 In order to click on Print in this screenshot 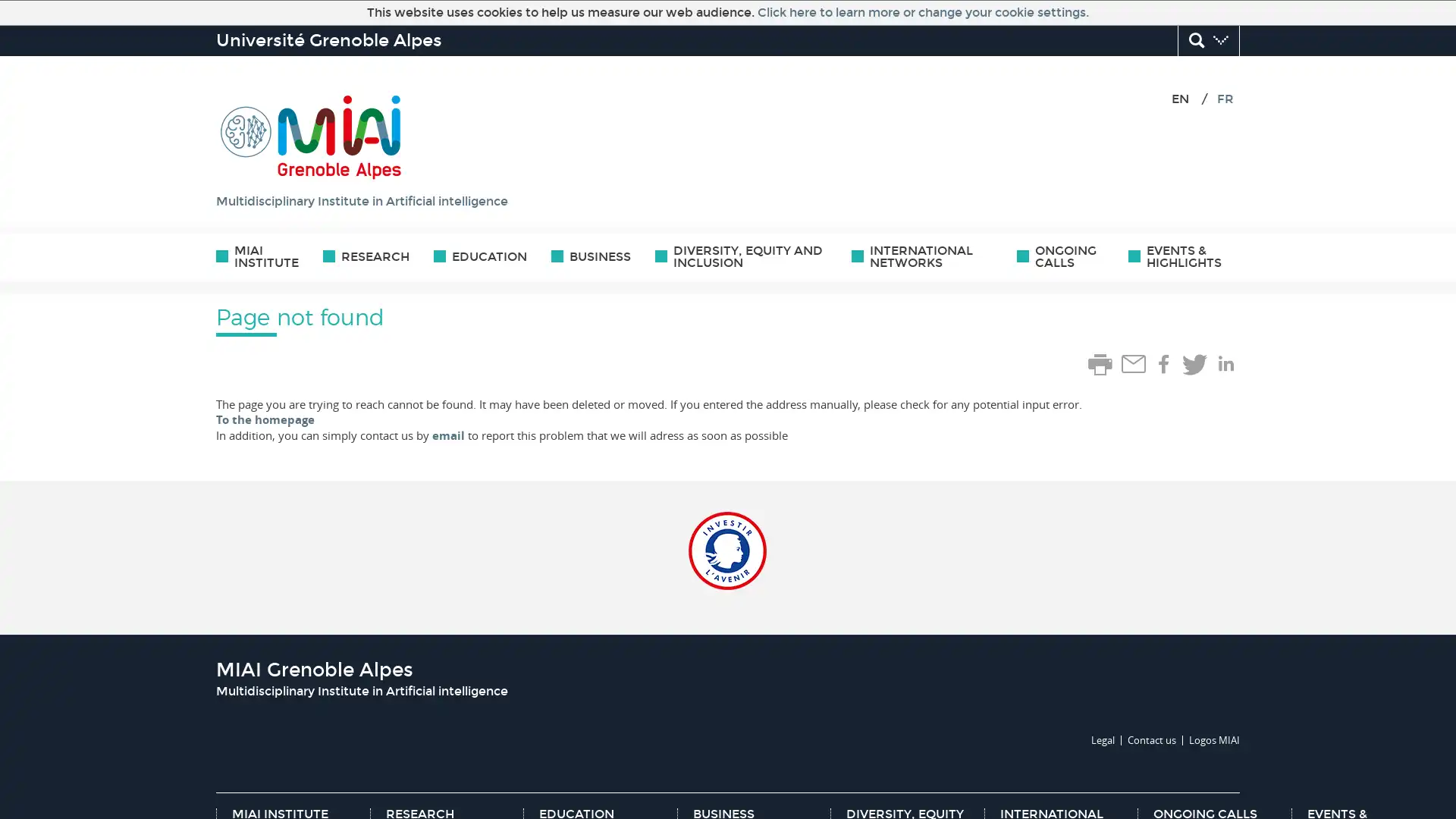, I will do `click(1100, 365)`.